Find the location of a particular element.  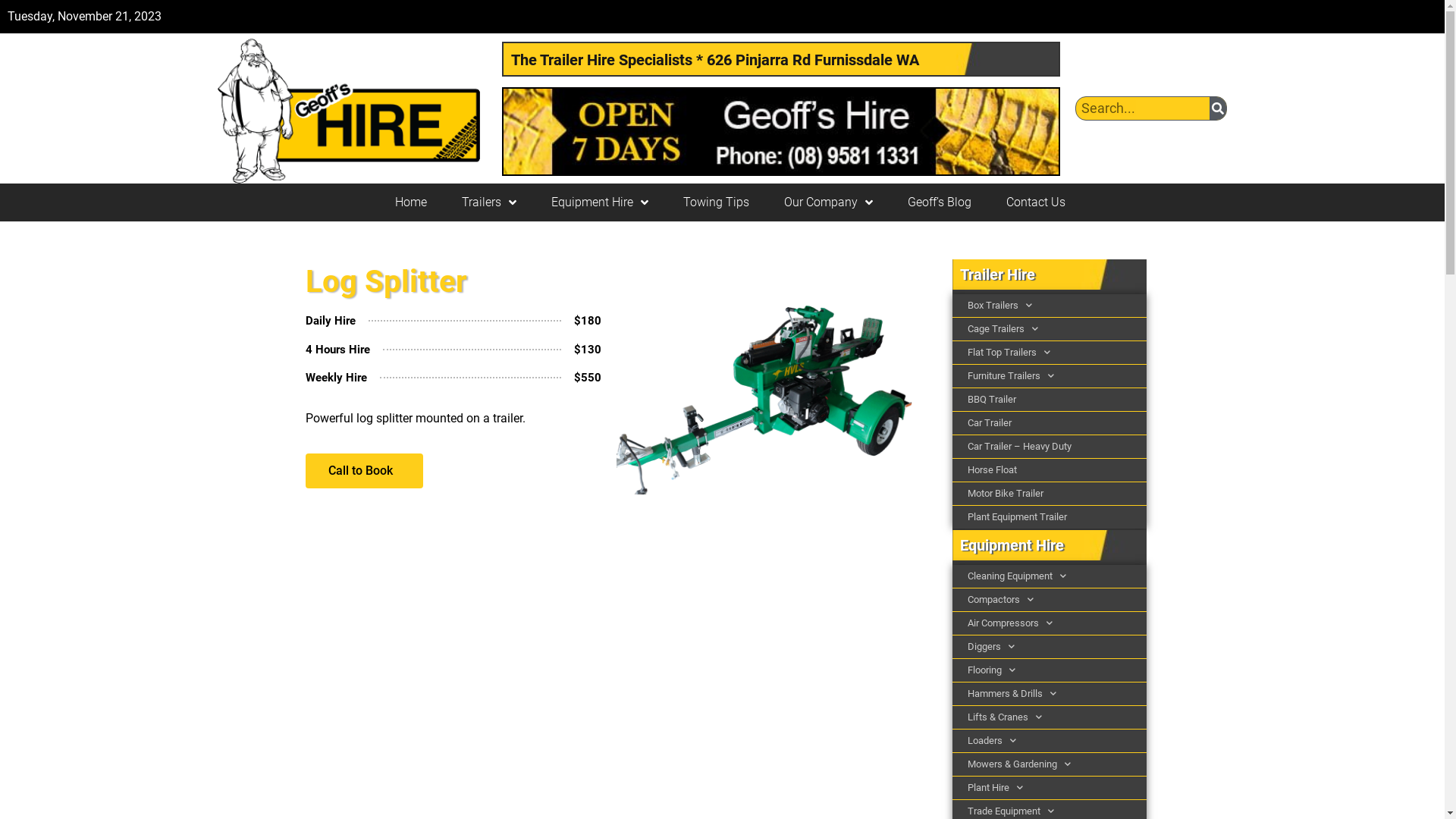

'Our Company' is located at coordinates (827, 201).